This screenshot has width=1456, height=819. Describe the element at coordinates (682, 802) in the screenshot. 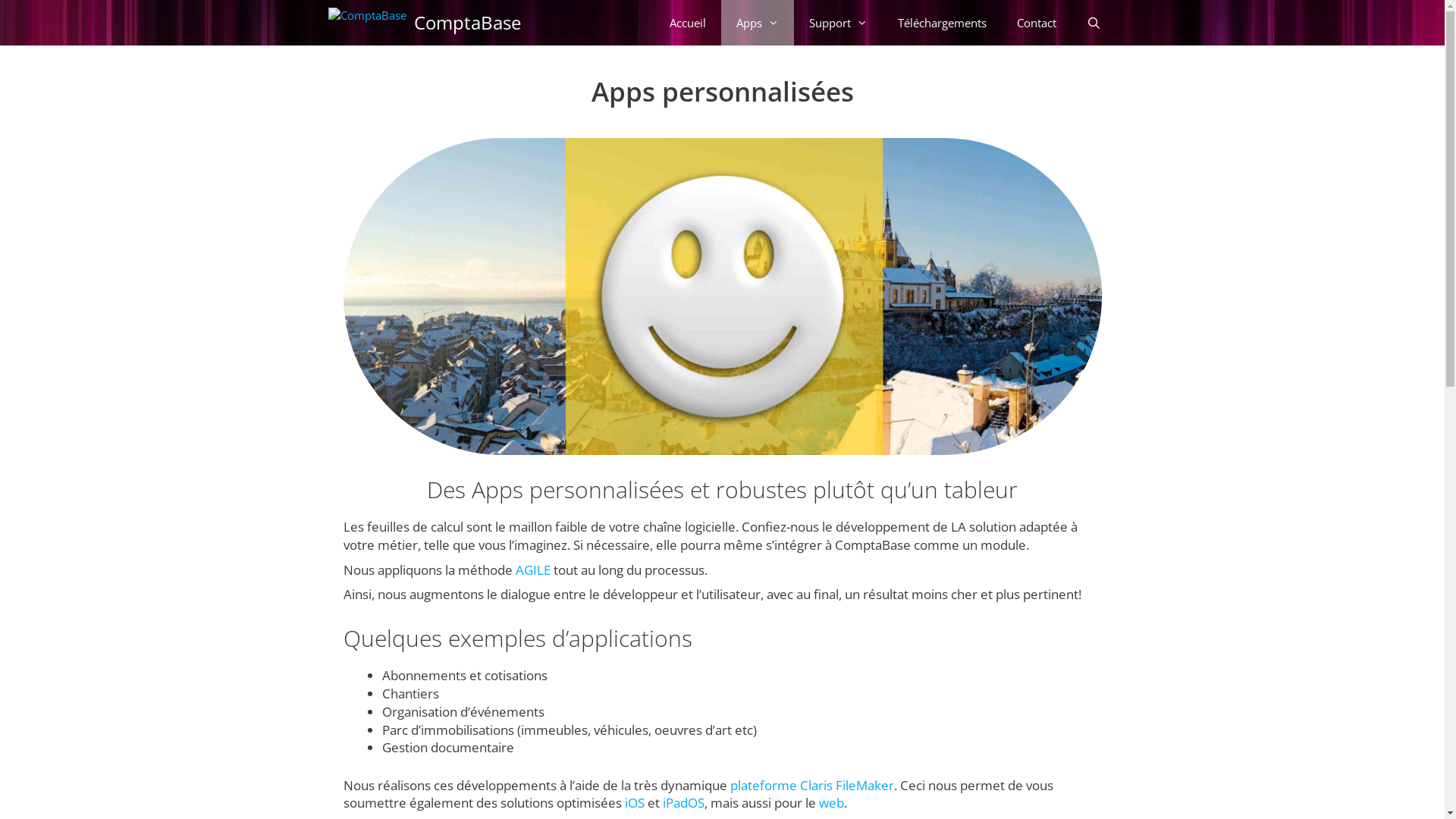

I see `'iPadOS'` at that location.